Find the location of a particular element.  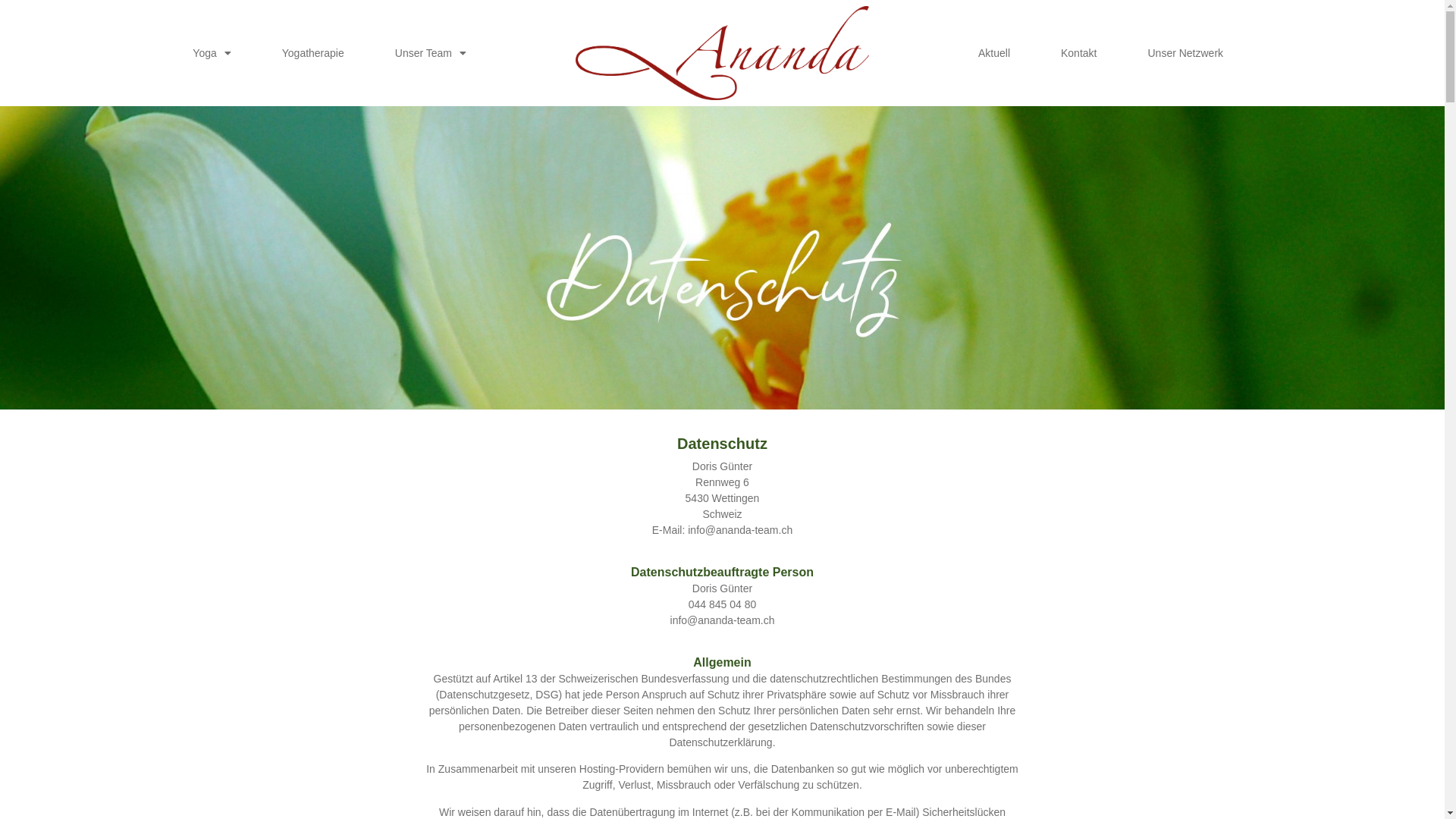

'Aktuell' is located at coordinates (993, 52).